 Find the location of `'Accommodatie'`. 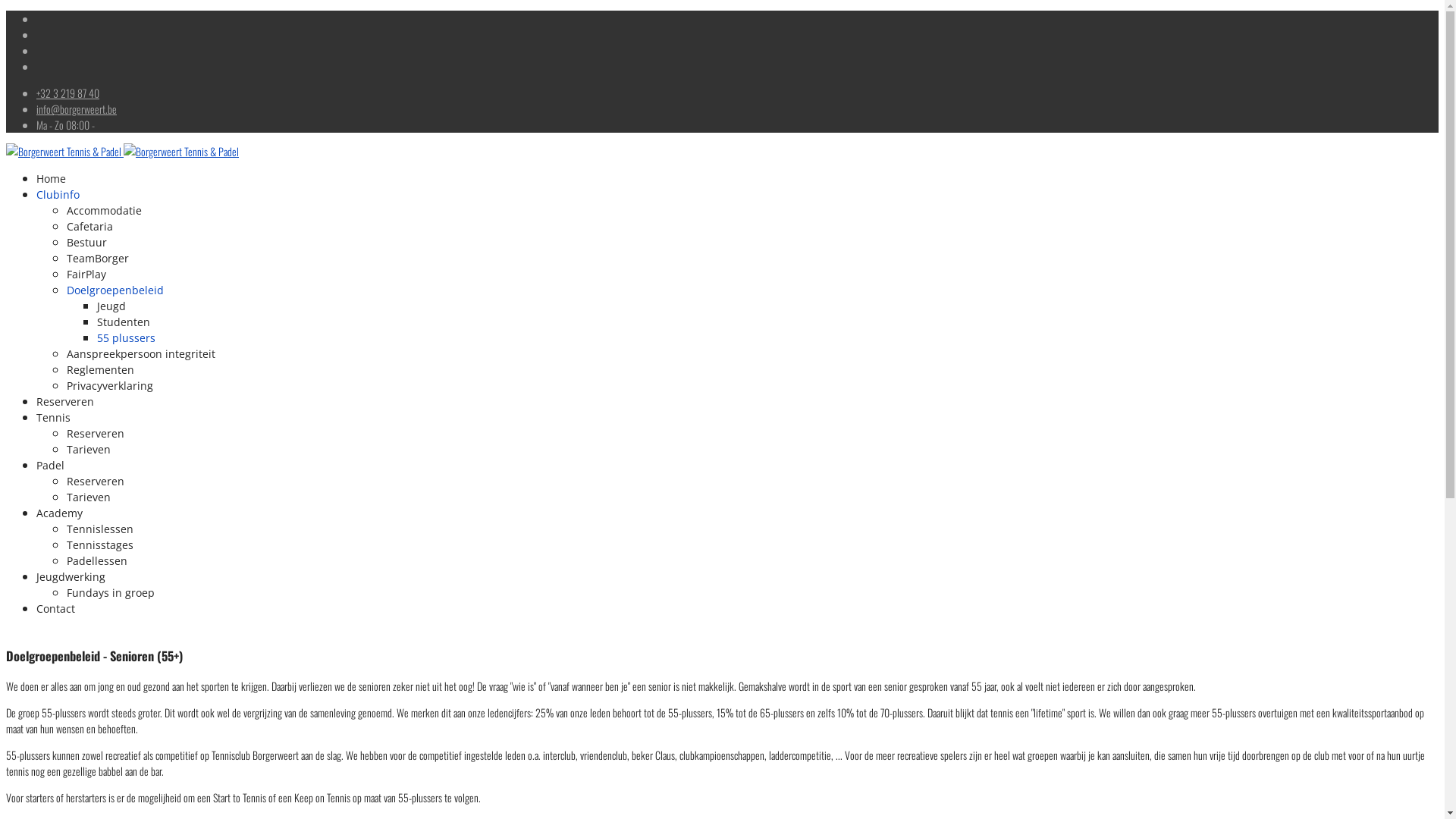

'Accommodatie' is located at coordinates (65, 210).